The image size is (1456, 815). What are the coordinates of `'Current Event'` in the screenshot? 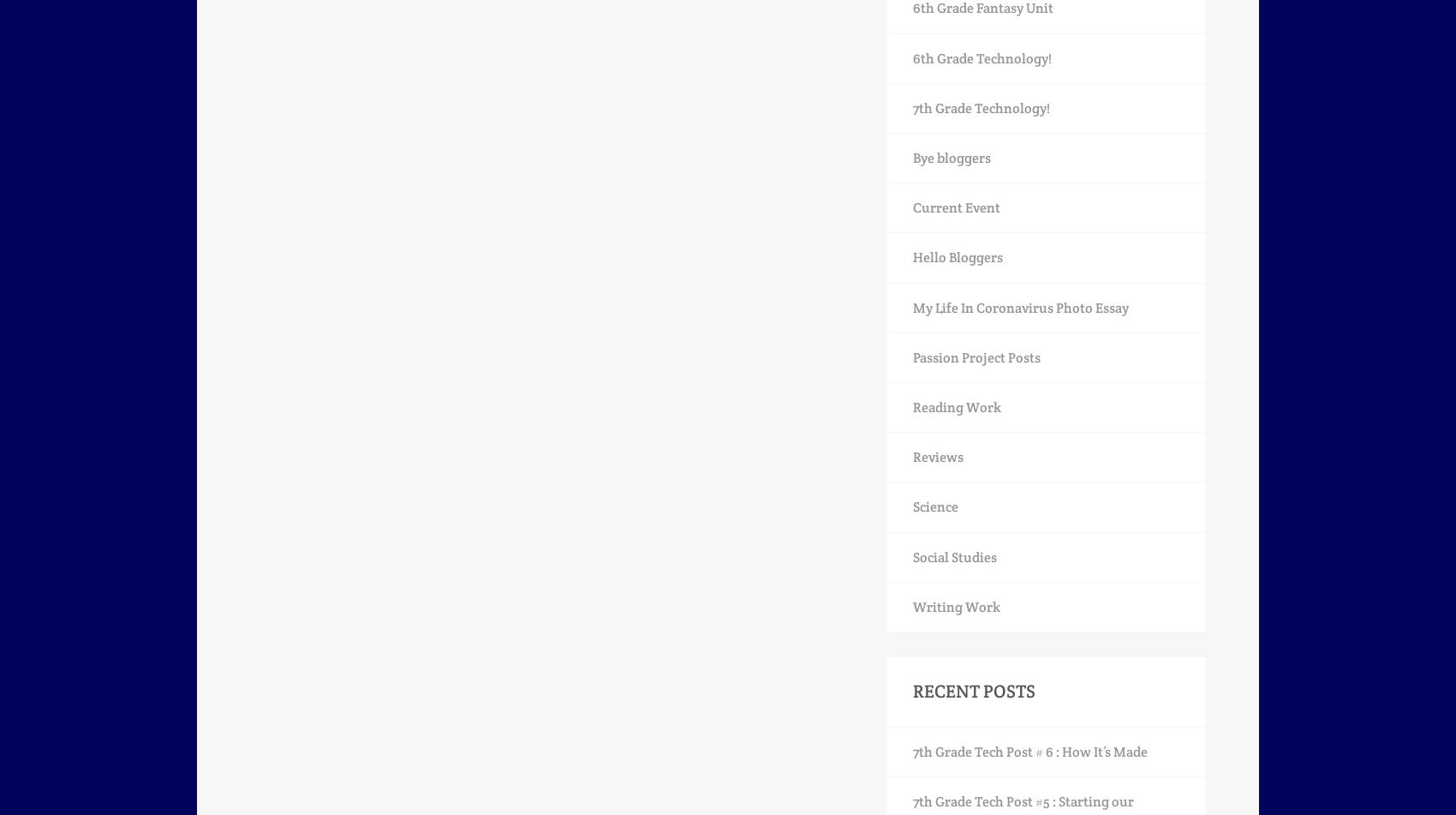 It's located at (957, 207).